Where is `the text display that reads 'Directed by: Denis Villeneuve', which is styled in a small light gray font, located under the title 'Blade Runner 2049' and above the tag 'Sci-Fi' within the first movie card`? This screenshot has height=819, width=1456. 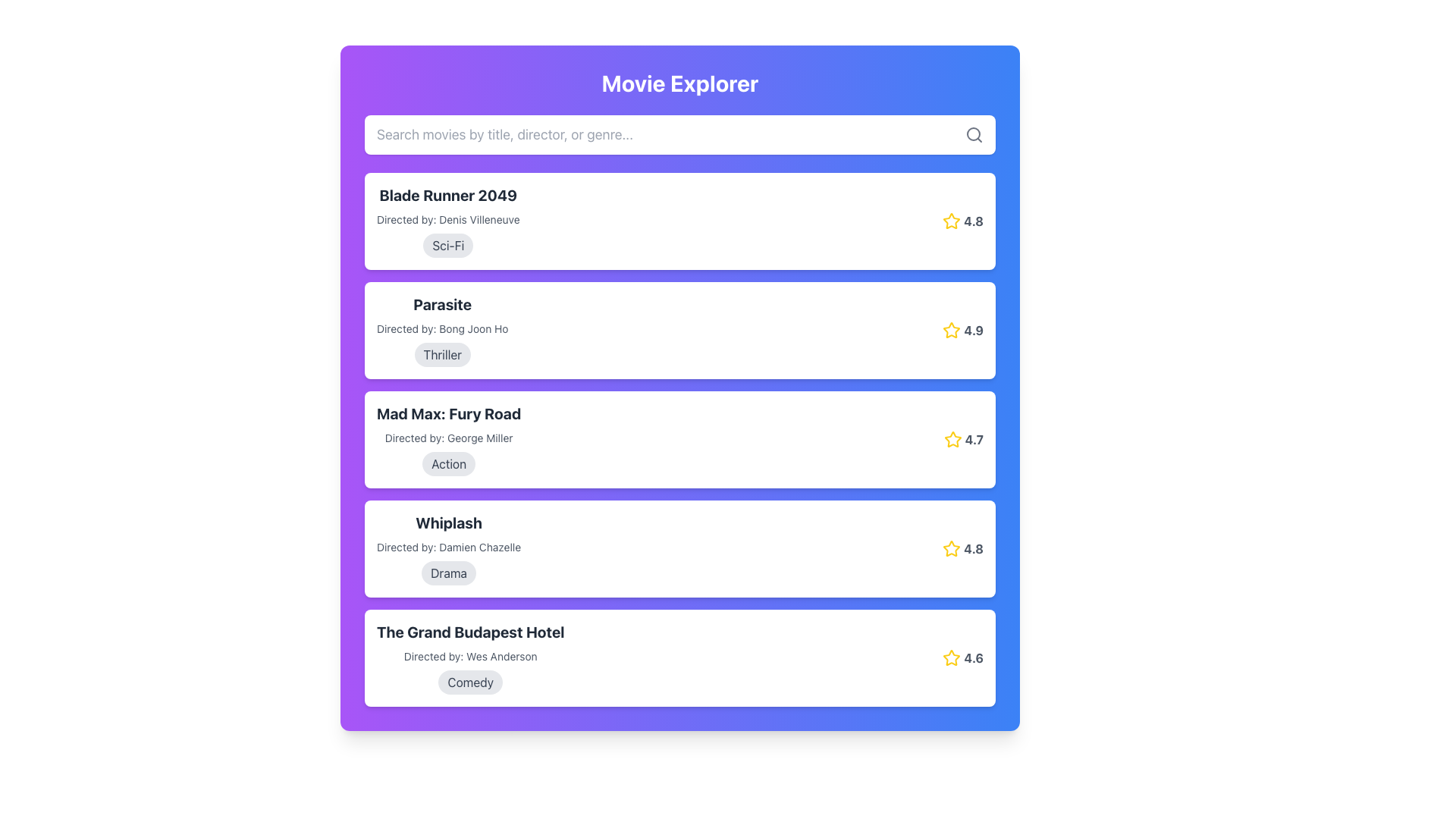
the text display that reads 'Directed by: Denis Villeneuve', which is styled in a small light gray font, located under the title 'Blade Runner 2049' and above the tag 'Sci-Fi' within the first movie card is located at coordinates (447, 219).